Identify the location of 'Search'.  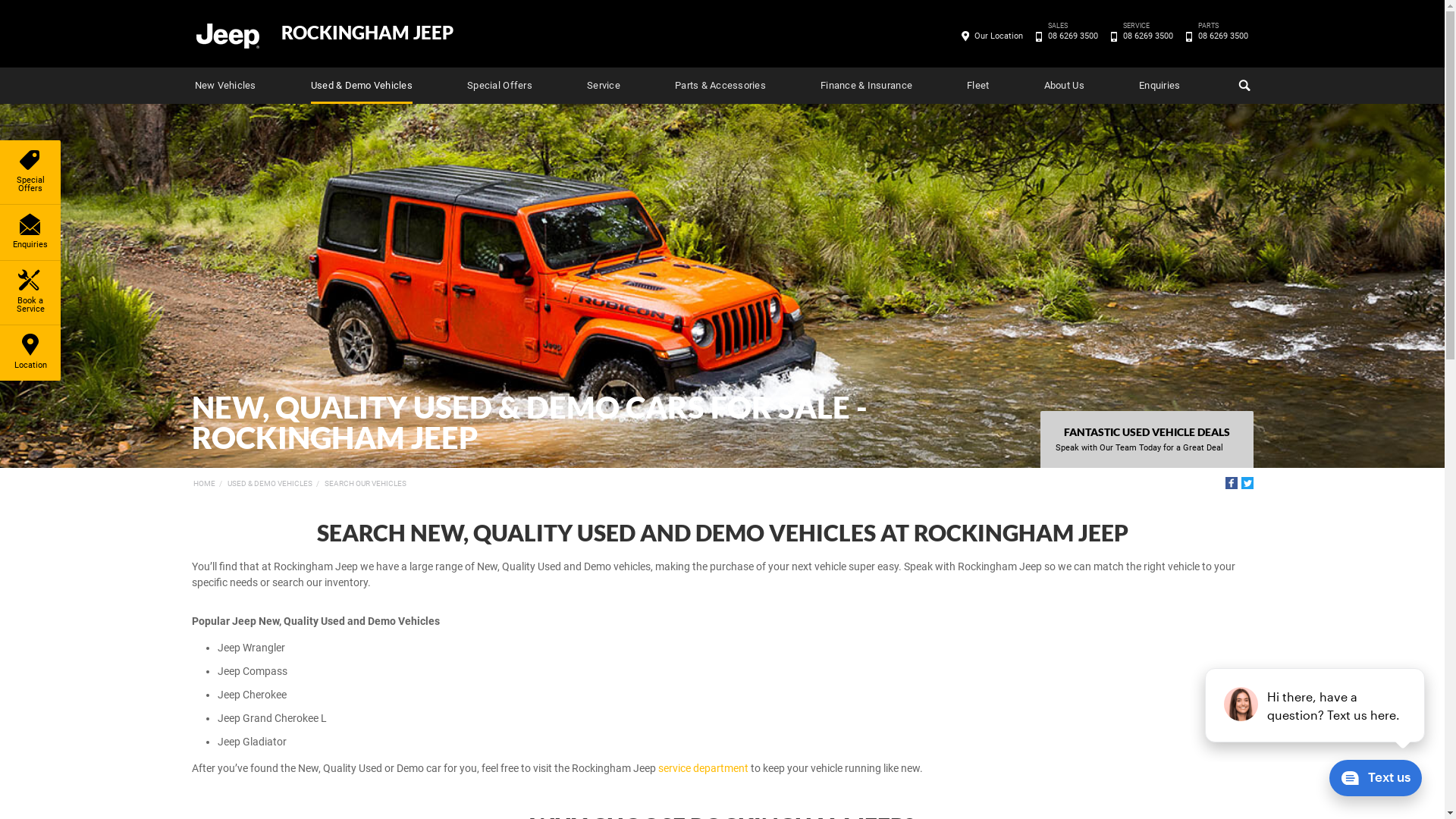
(1241, 85).